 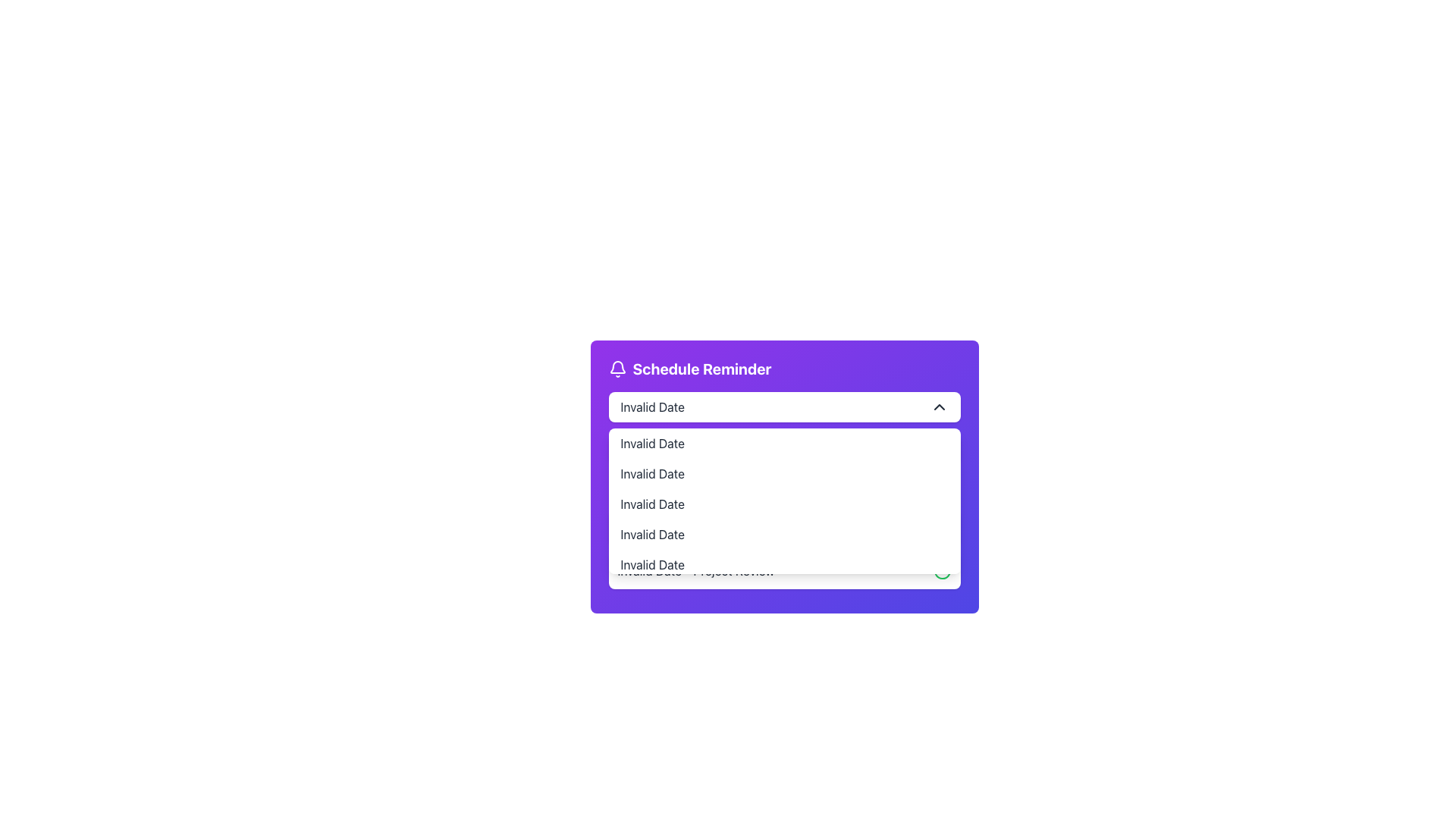 What do you see at coordinates (784, 449) in the screenshot?
I see `the dropdown list item labeled 'Invalid Date' which is the second item in the 'Schedule Reminder' section` at bounding box center [784, 449].